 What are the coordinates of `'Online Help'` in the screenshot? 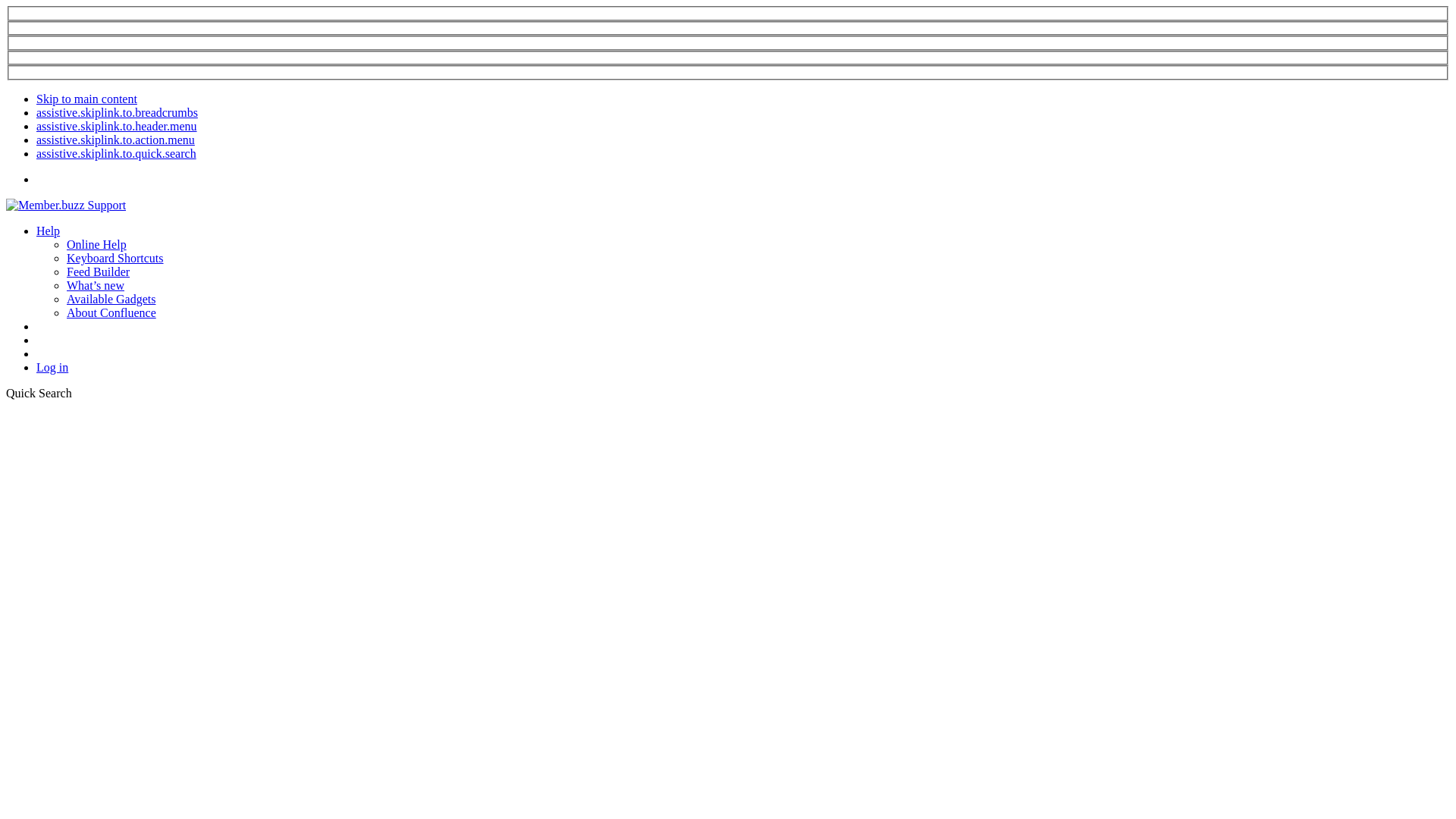 It's located at (96, 243).